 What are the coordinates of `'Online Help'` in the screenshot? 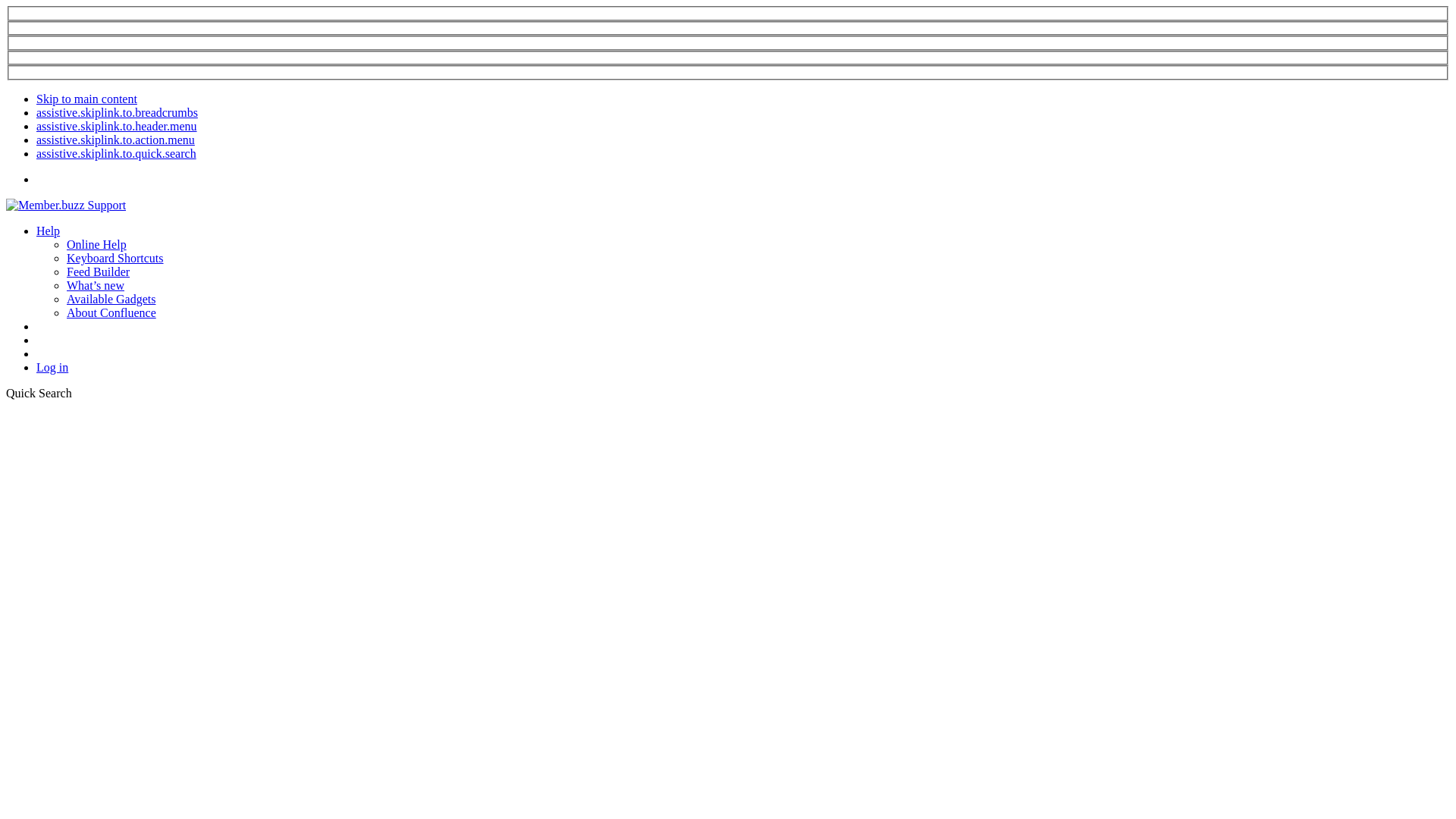 It's located at (96, 243).